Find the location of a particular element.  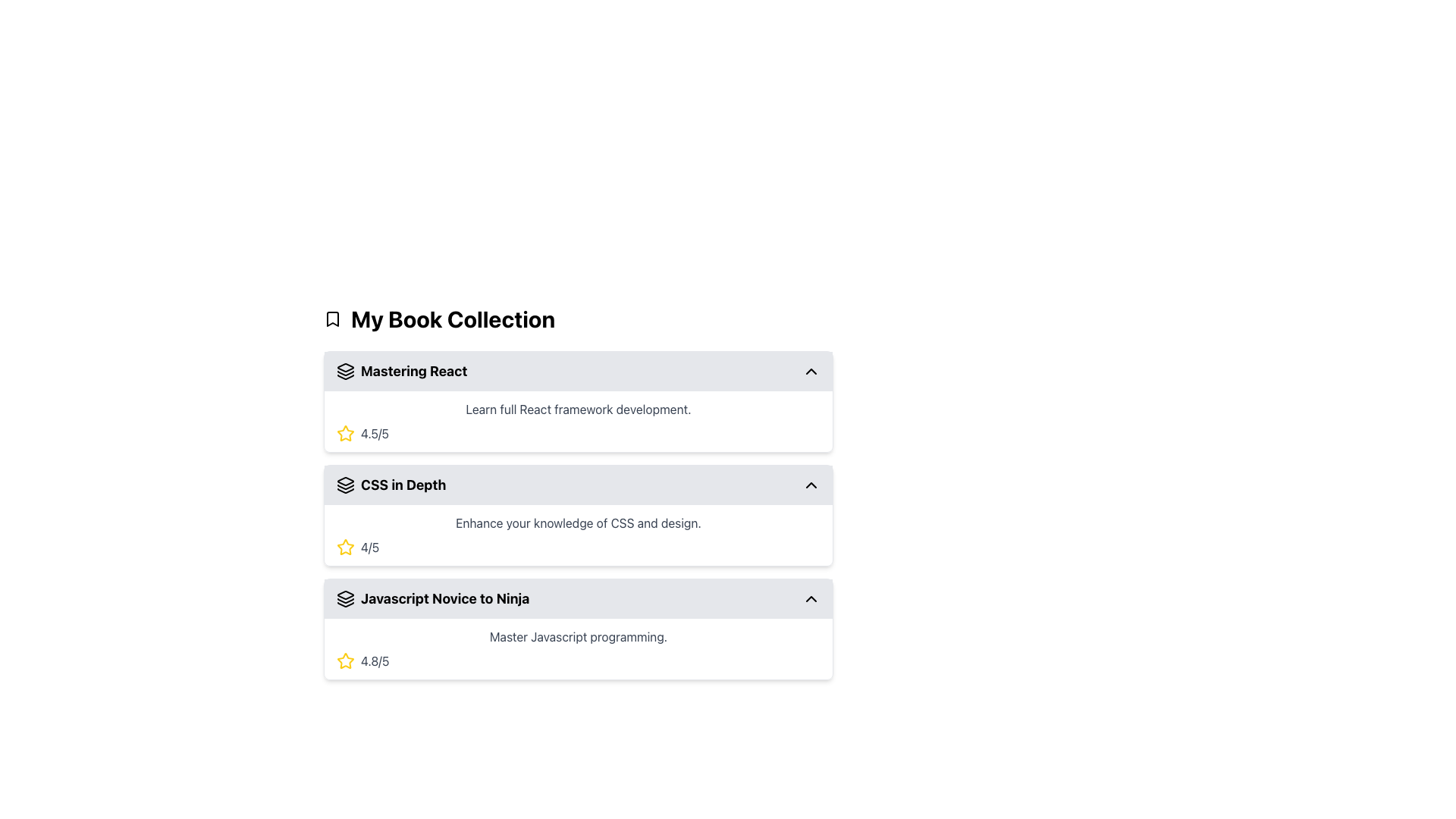

the static text displaying the phrase 'Enhance your knowledge of CSS and design. 4/5' located in the 'CSS in Depth' section of 'My Book Collection' is located at coordinates (578, 534).